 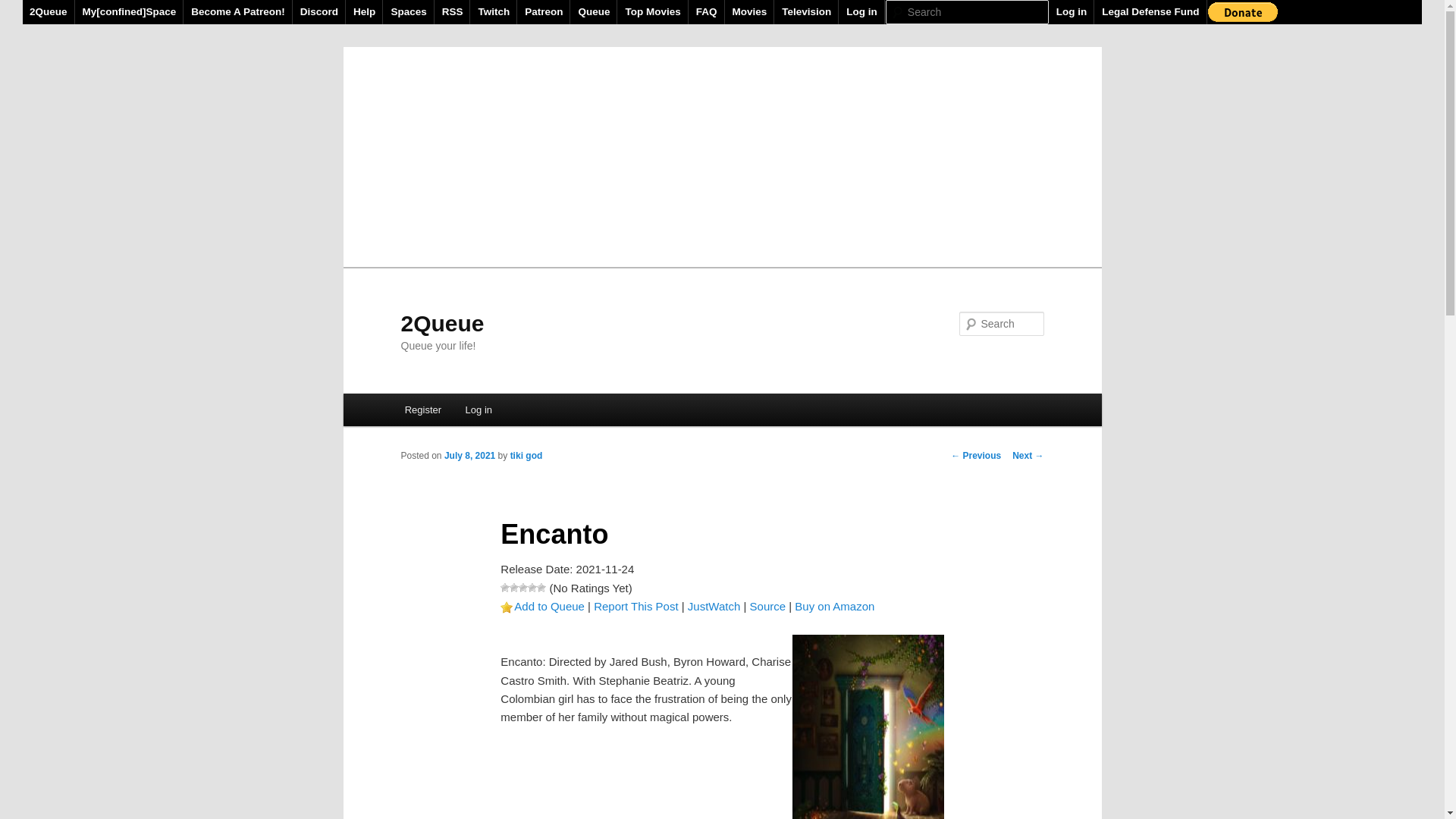 What do you see at coordinates (469, 455) in the screenshot?
I see `'July 8, 2021'` at bounding box center [469, 455].